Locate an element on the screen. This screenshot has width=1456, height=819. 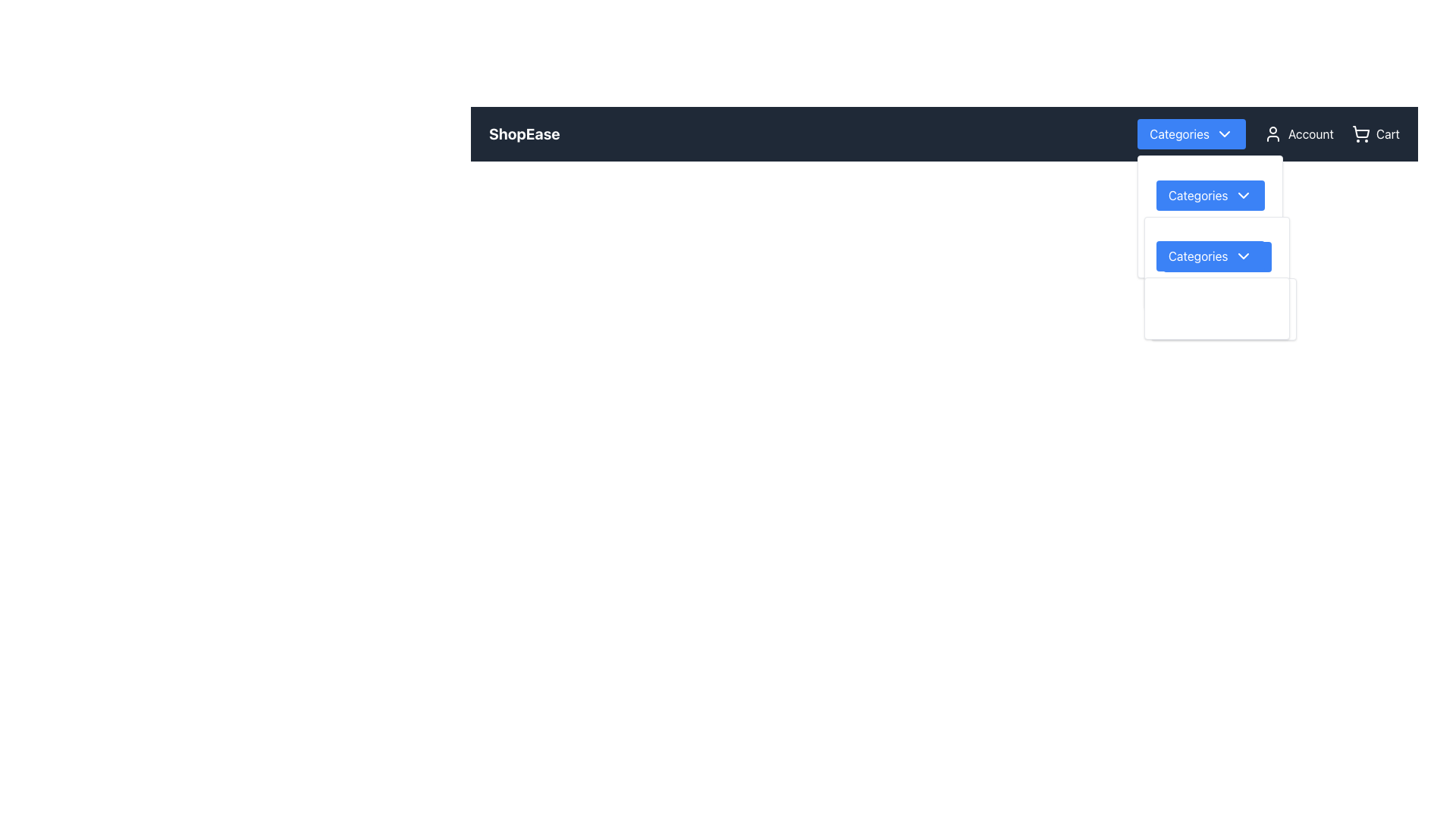
the user account SVG icon located to the left of the 'Account' text in the top navigation bar is located at coordinates (1272, 133).